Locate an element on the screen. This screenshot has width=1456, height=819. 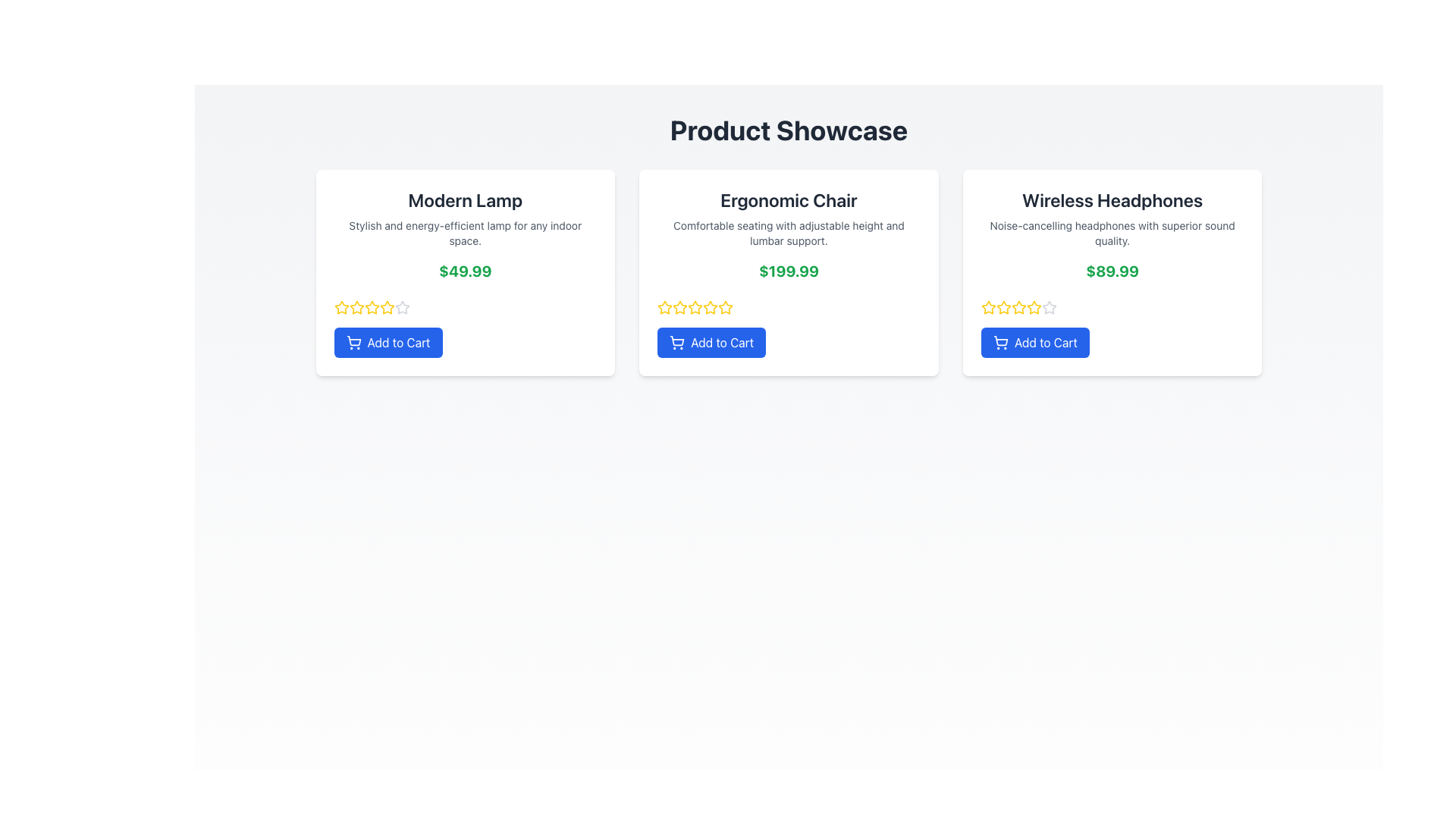
the third star icon, which is a yellow filled star with rounded edges, located in the rating section beneath the 'Ergonomic Chair' product card is located at coordinates (679, 307).